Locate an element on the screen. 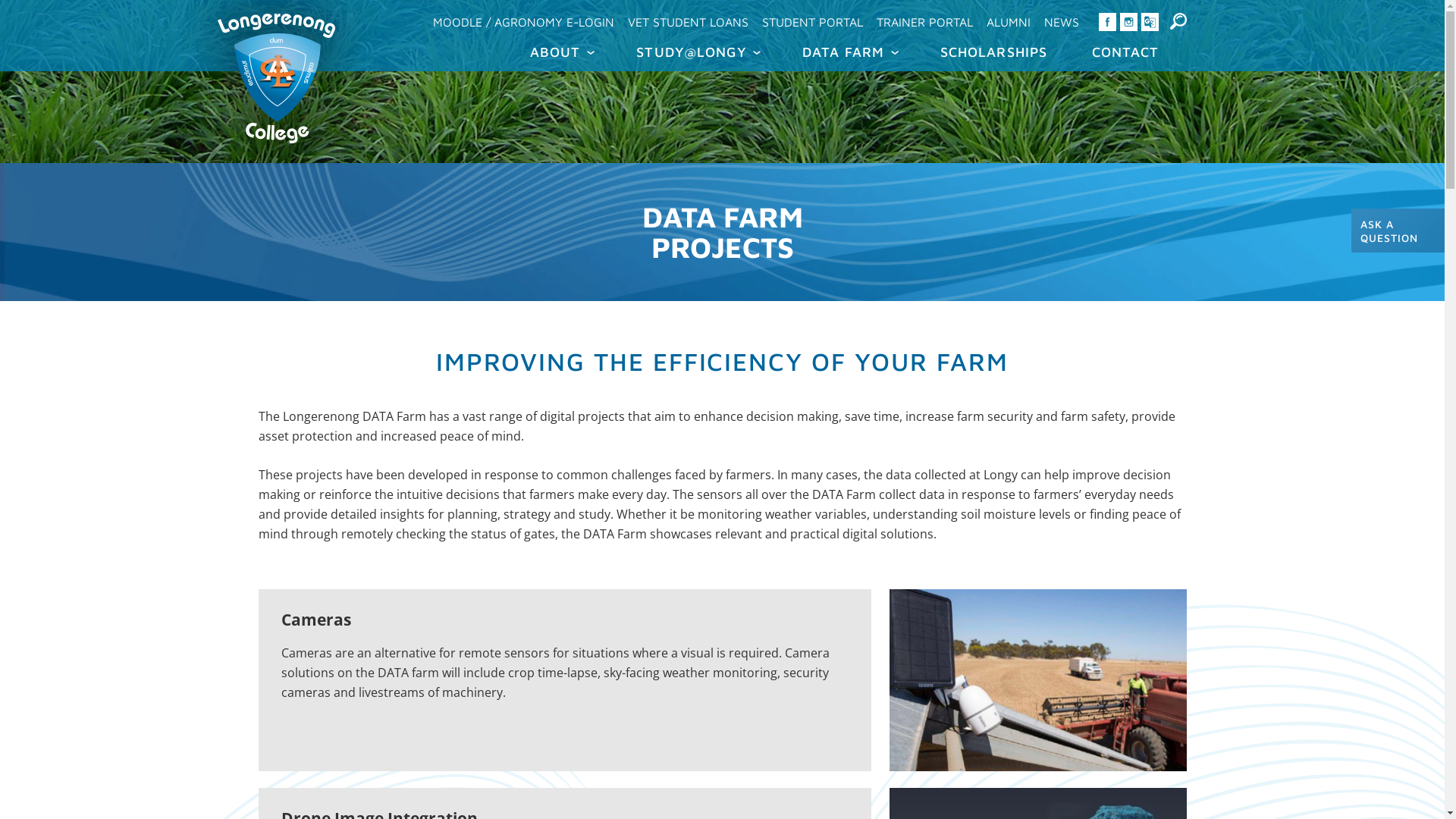  'VET STUDENT LOANS' is located at coordinates (686, 22).